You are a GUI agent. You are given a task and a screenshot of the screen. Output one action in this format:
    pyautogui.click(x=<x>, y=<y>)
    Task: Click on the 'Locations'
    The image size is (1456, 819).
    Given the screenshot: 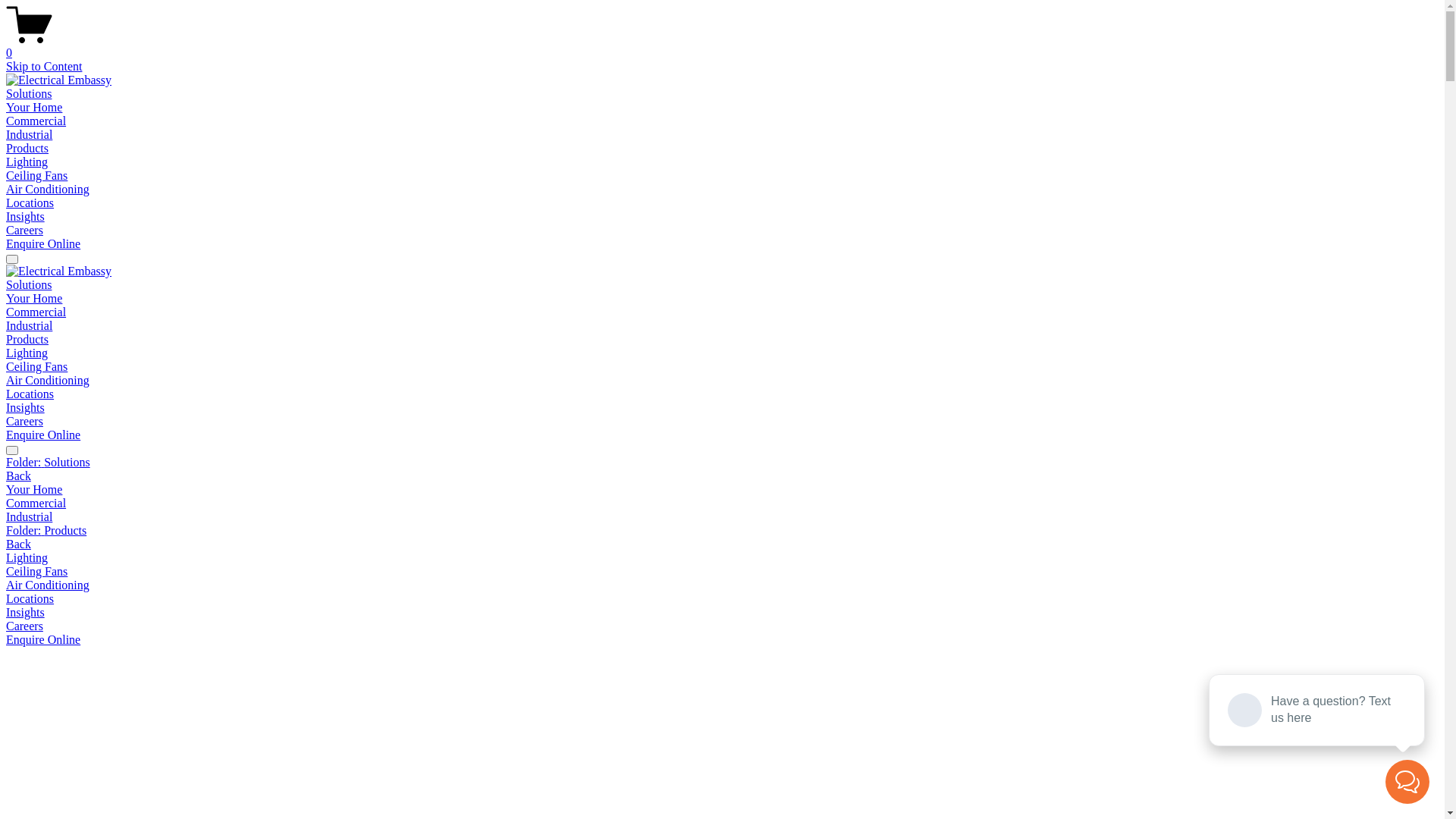 What is the action you would take?
    pyautogui.click(x=30, y=393)
    